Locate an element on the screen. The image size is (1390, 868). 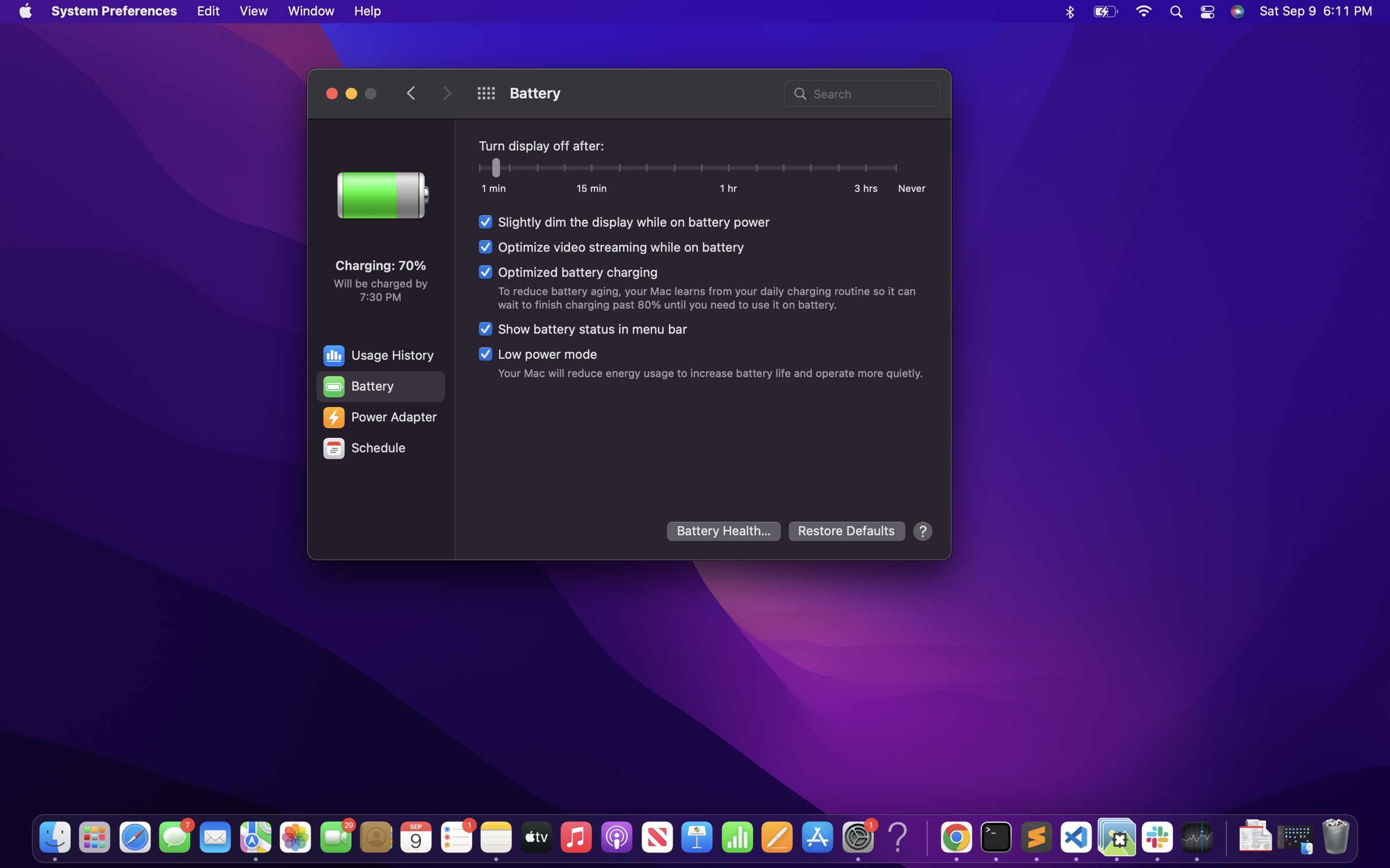
the configurations for the schedule is located at coordinates (379, 448).